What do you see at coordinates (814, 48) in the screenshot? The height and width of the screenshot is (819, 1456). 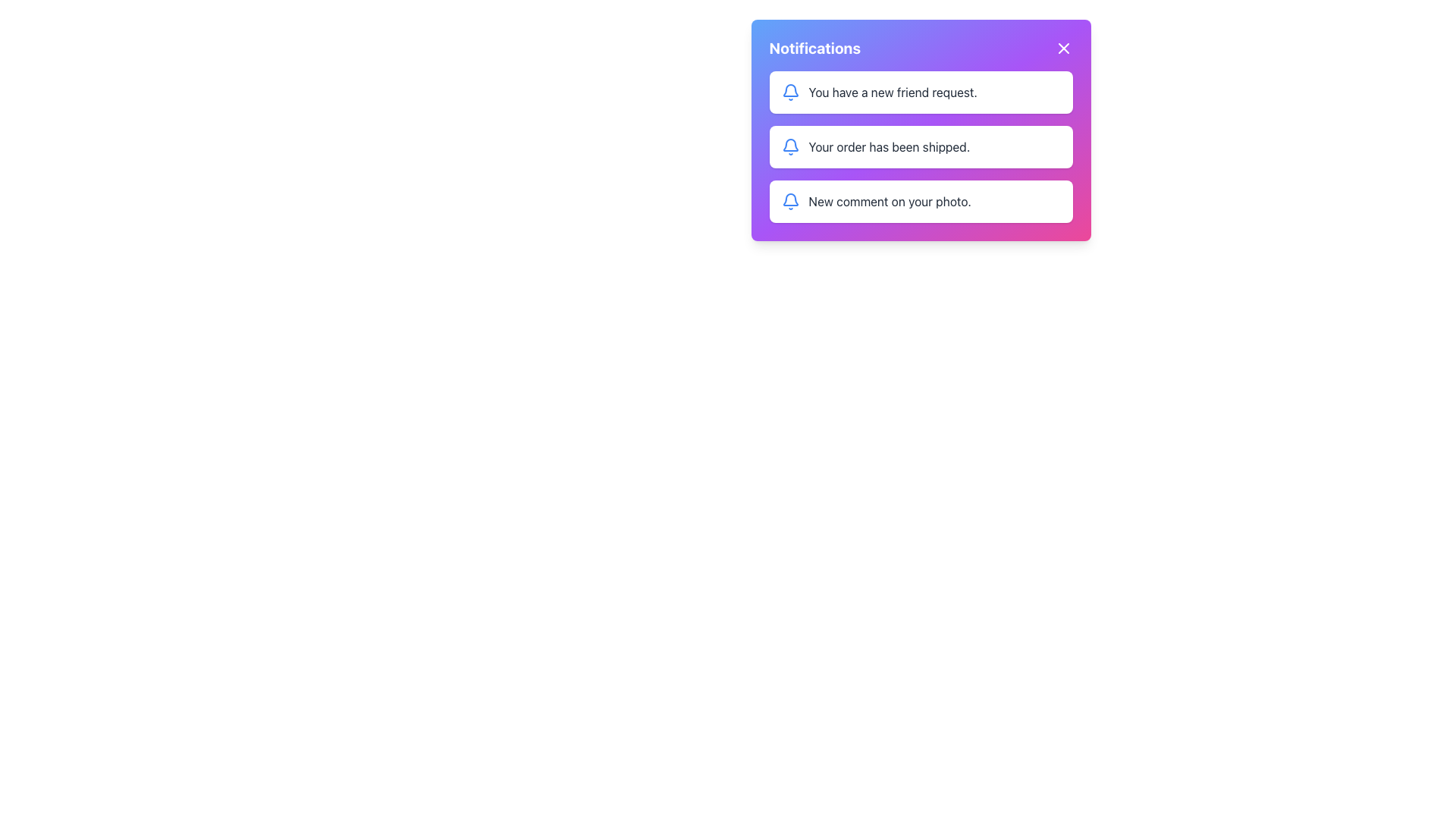 I see `Heading text located in the upper-left section of the notification panel to understand its purpose` at bounding box center [814, 48].